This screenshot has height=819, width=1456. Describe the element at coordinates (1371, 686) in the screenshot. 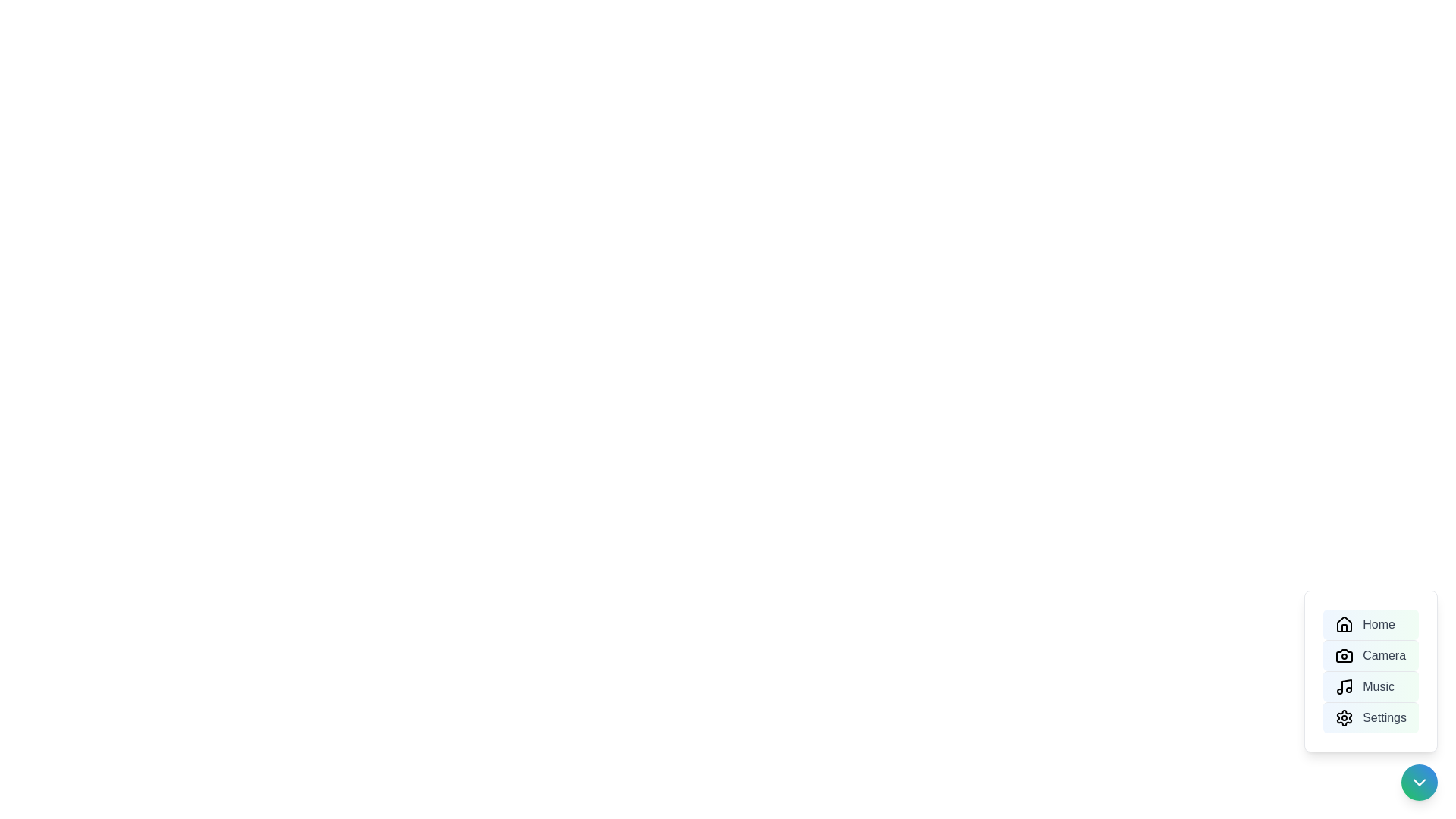

I see `the menu option Music to highlight it` at that location.